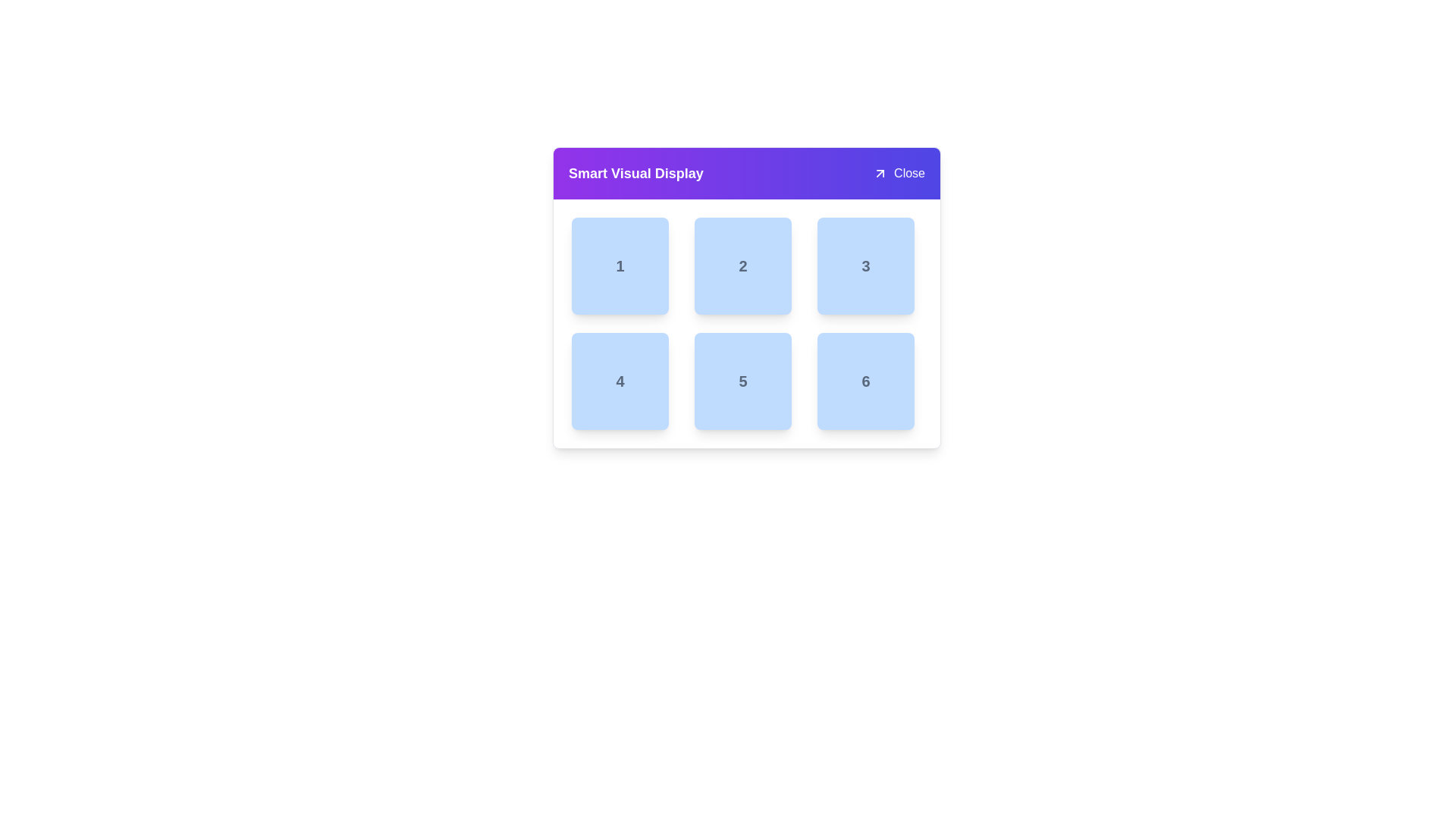  Describe the element at coordinates (742, 265) in the screenshot. I see `text from the label located in the top-center tile of the grid layout, which is part of a card-style interface within a rounded blue square tile` at that location.